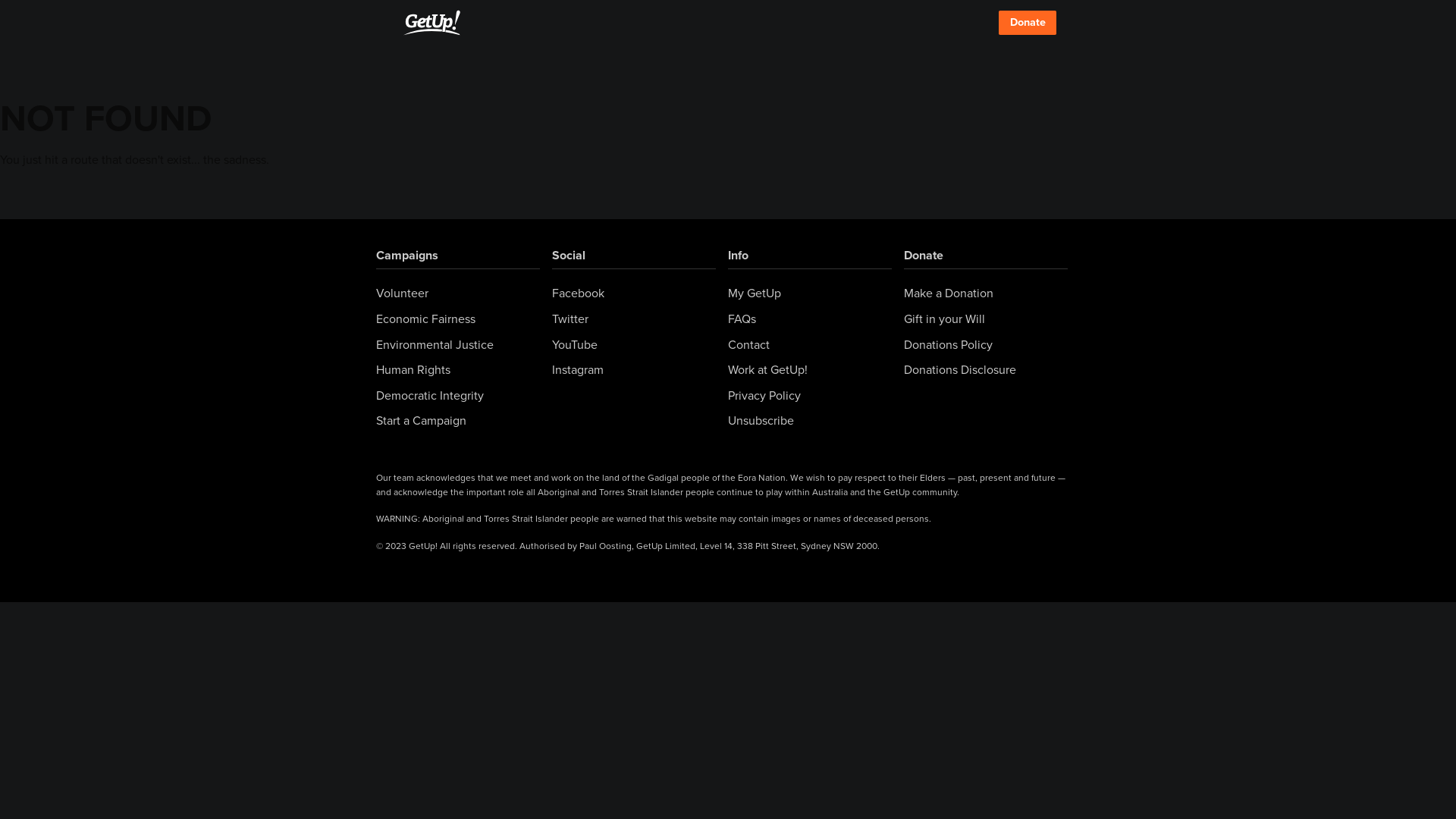  Describe the element at coordinates (425, 318) in the screenshot. I see `'Economic Fairness'` at that location.